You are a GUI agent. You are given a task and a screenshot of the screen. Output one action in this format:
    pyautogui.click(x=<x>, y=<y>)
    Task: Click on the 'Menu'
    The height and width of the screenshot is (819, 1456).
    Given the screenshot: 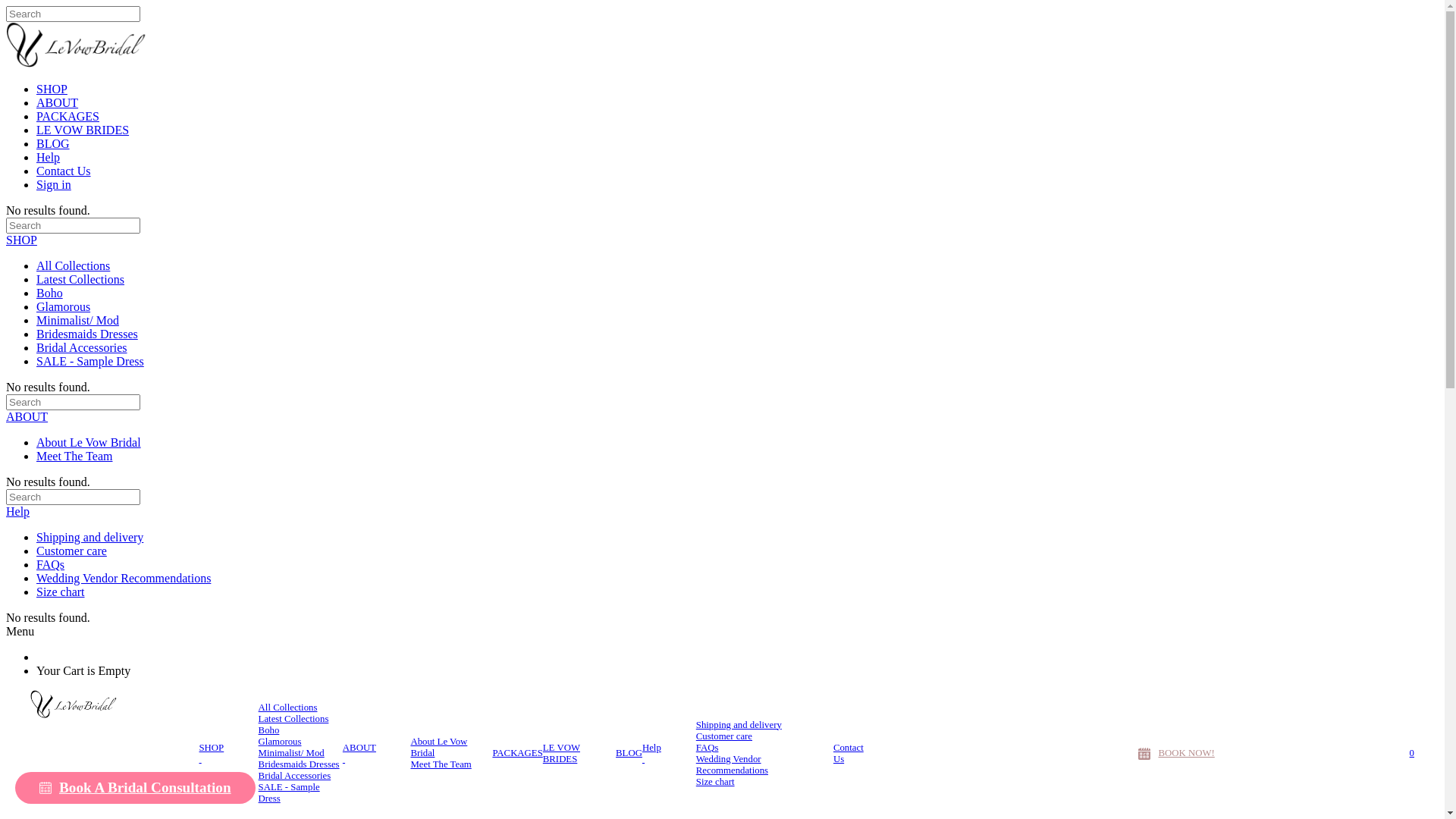 What is the action you would take?
    pyautogui.click(x=20, y=631)
    